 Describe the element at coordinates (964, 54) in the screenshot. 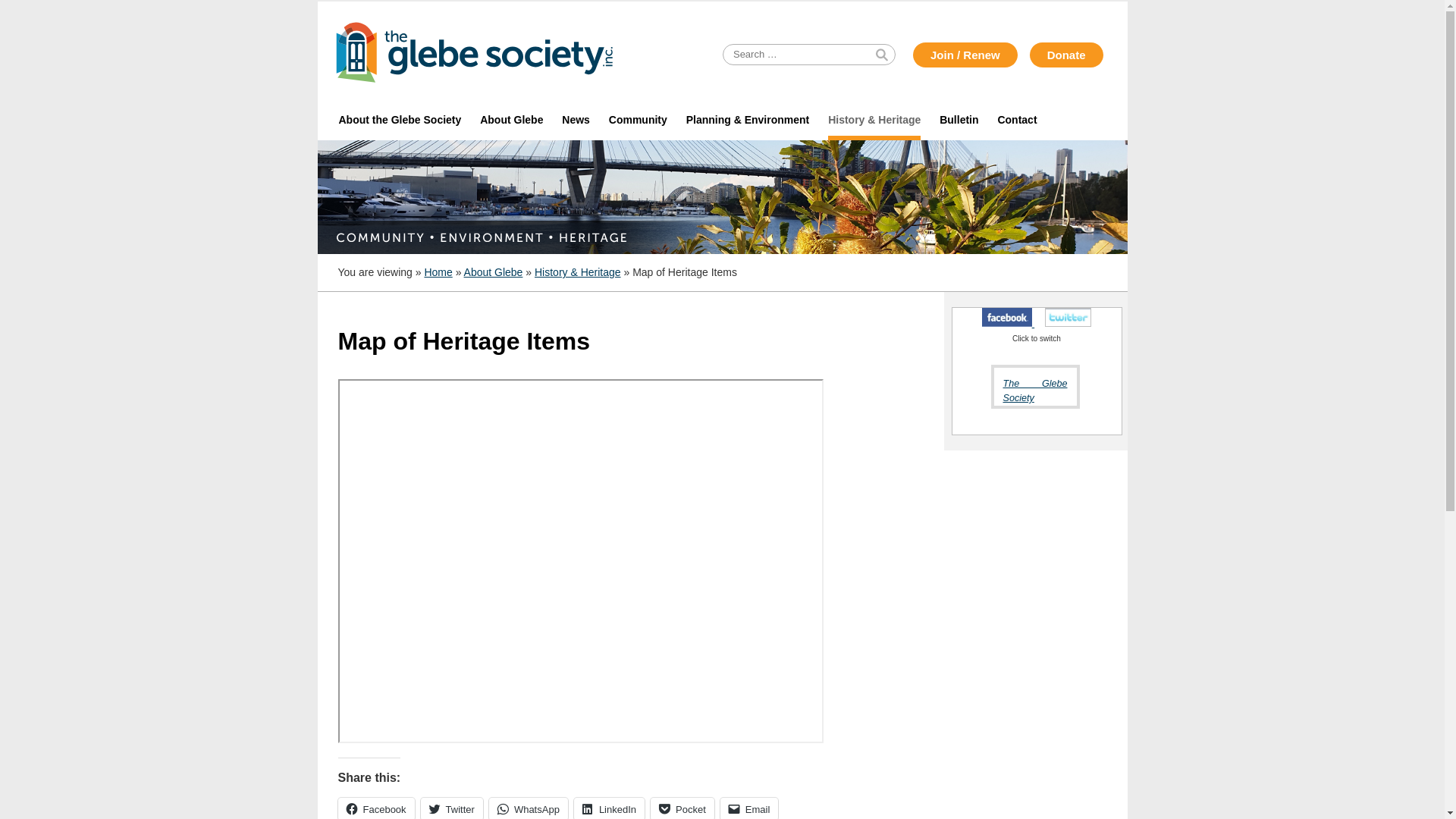

I see `'Join / Renew'` at that location.